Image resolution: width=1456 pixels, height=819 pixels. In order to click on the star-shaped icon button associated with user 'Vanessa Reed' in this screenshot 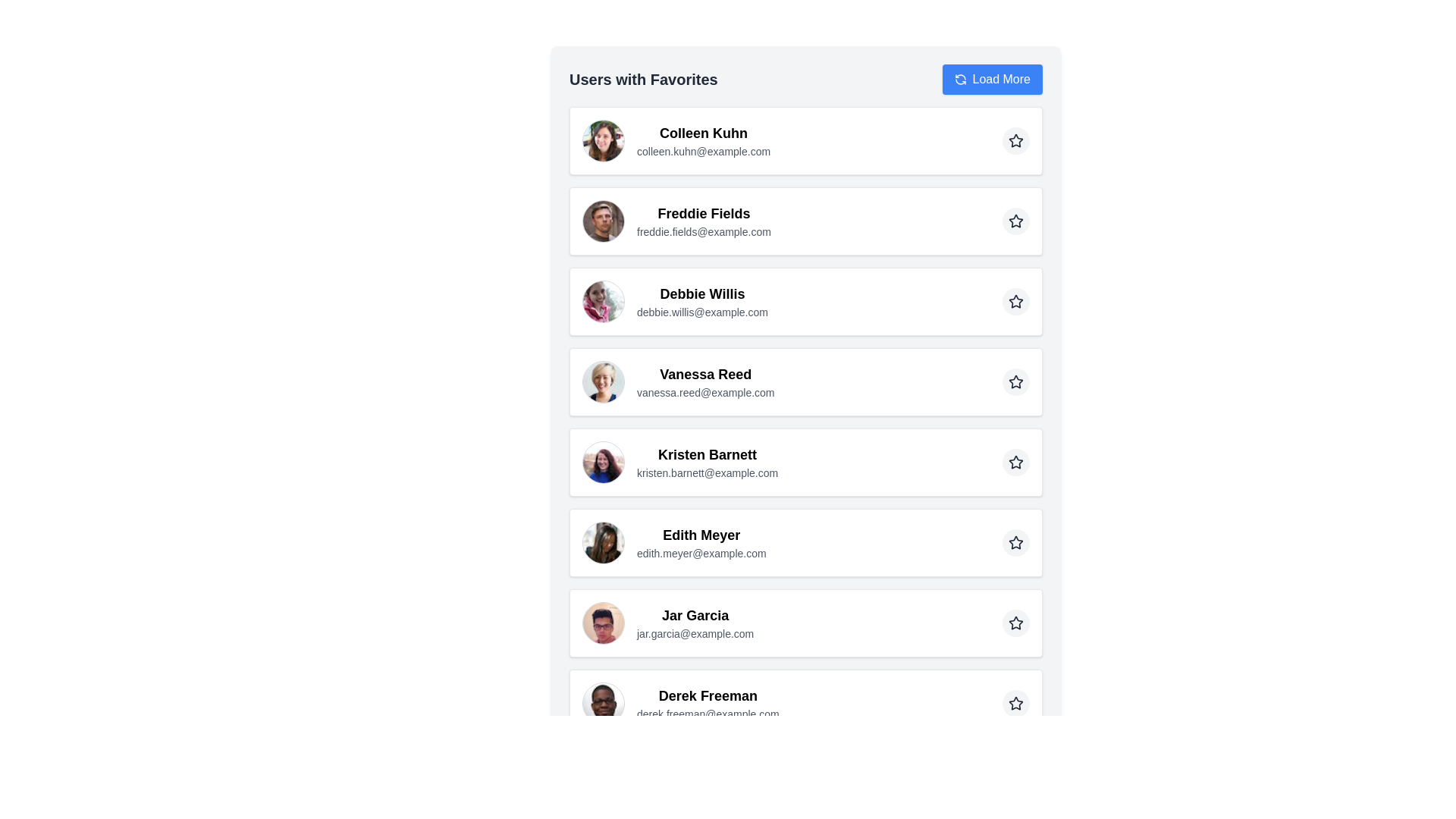, I will do `click(1015, 381)`.